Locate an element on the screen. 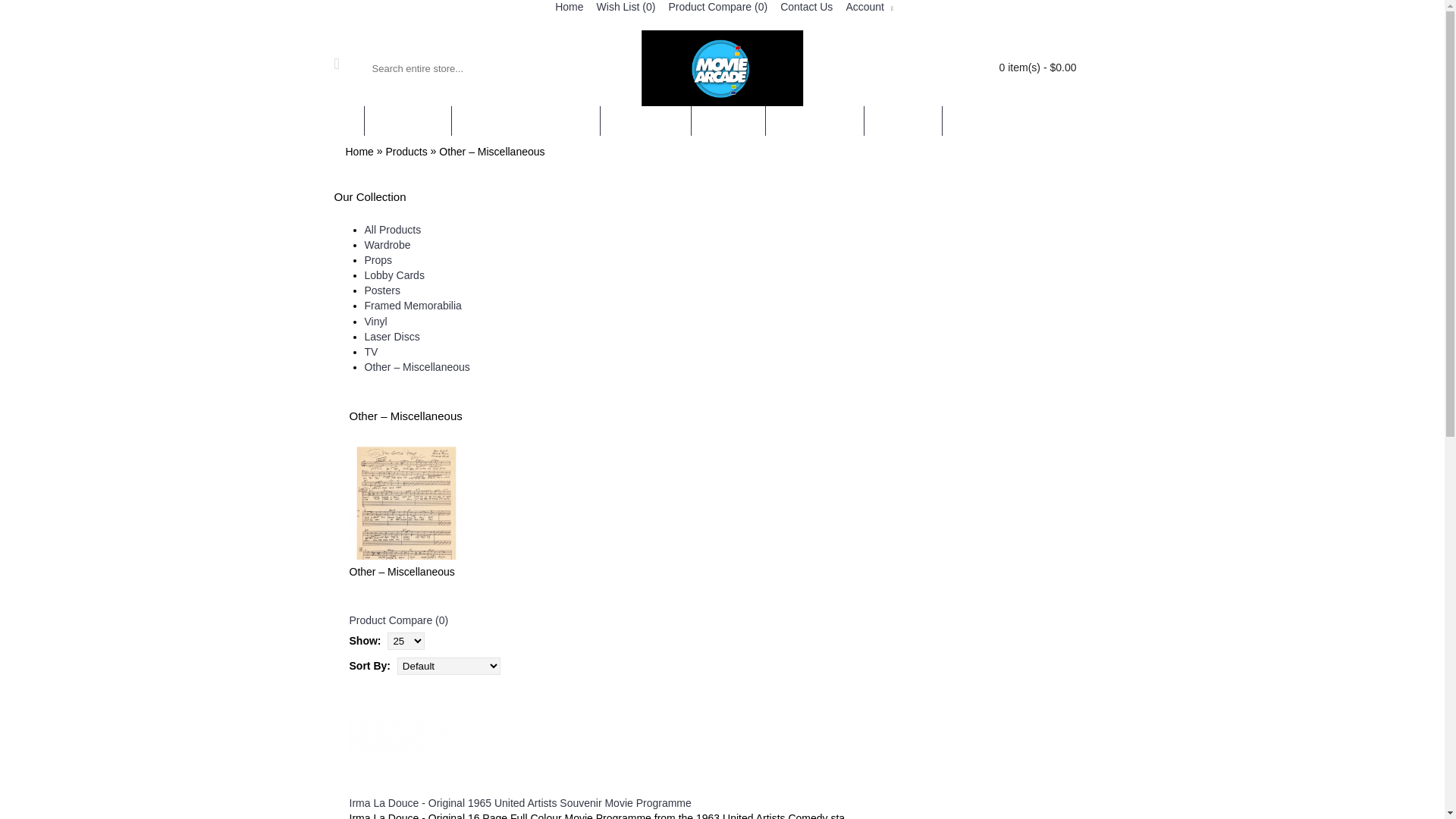  'Posters' is located at coordinates (381, 290).